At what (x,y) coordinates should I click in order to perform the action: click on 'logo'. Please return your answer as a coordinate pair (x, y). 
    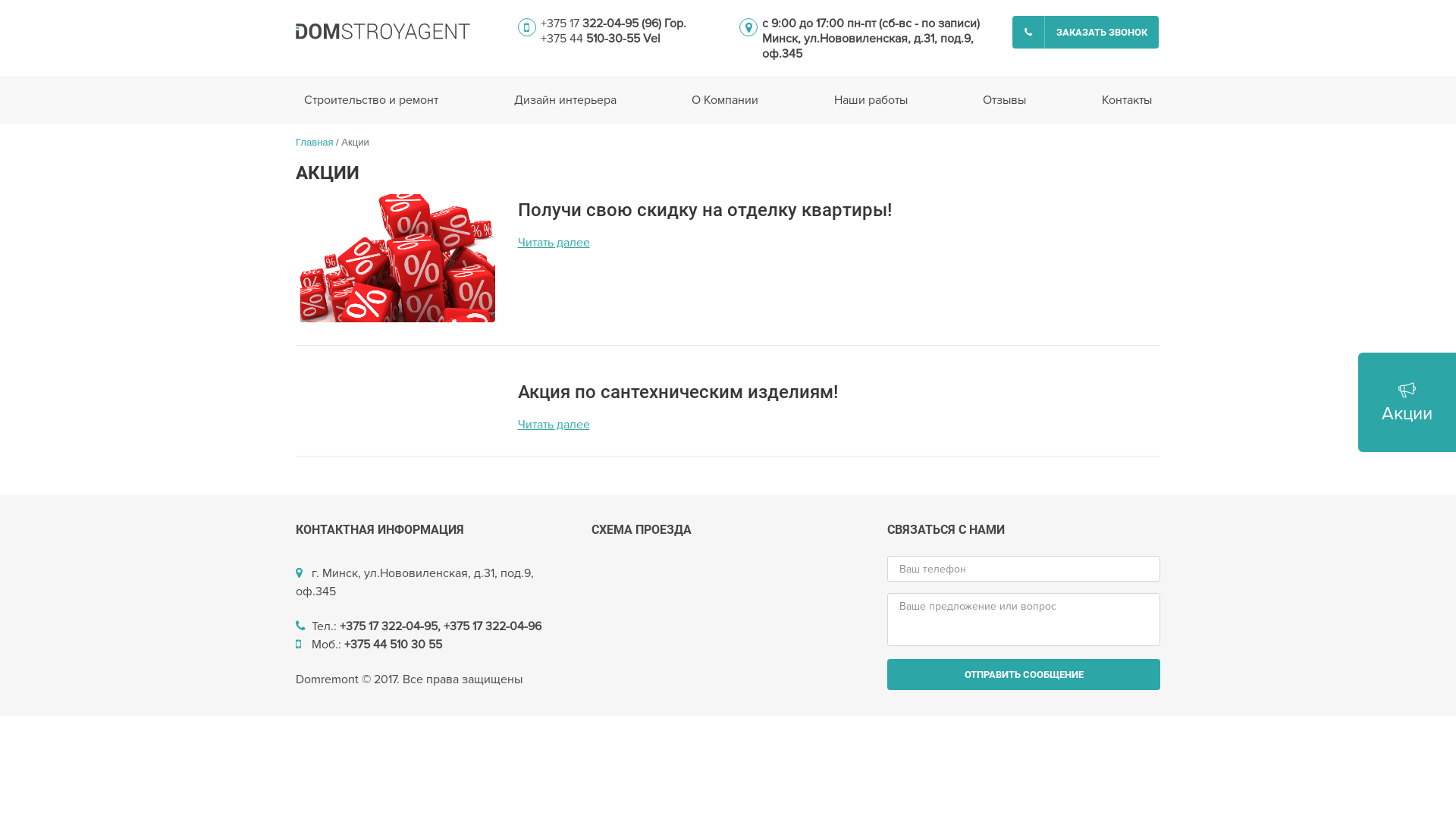
    Looking at the image, I should click on (382, 31).